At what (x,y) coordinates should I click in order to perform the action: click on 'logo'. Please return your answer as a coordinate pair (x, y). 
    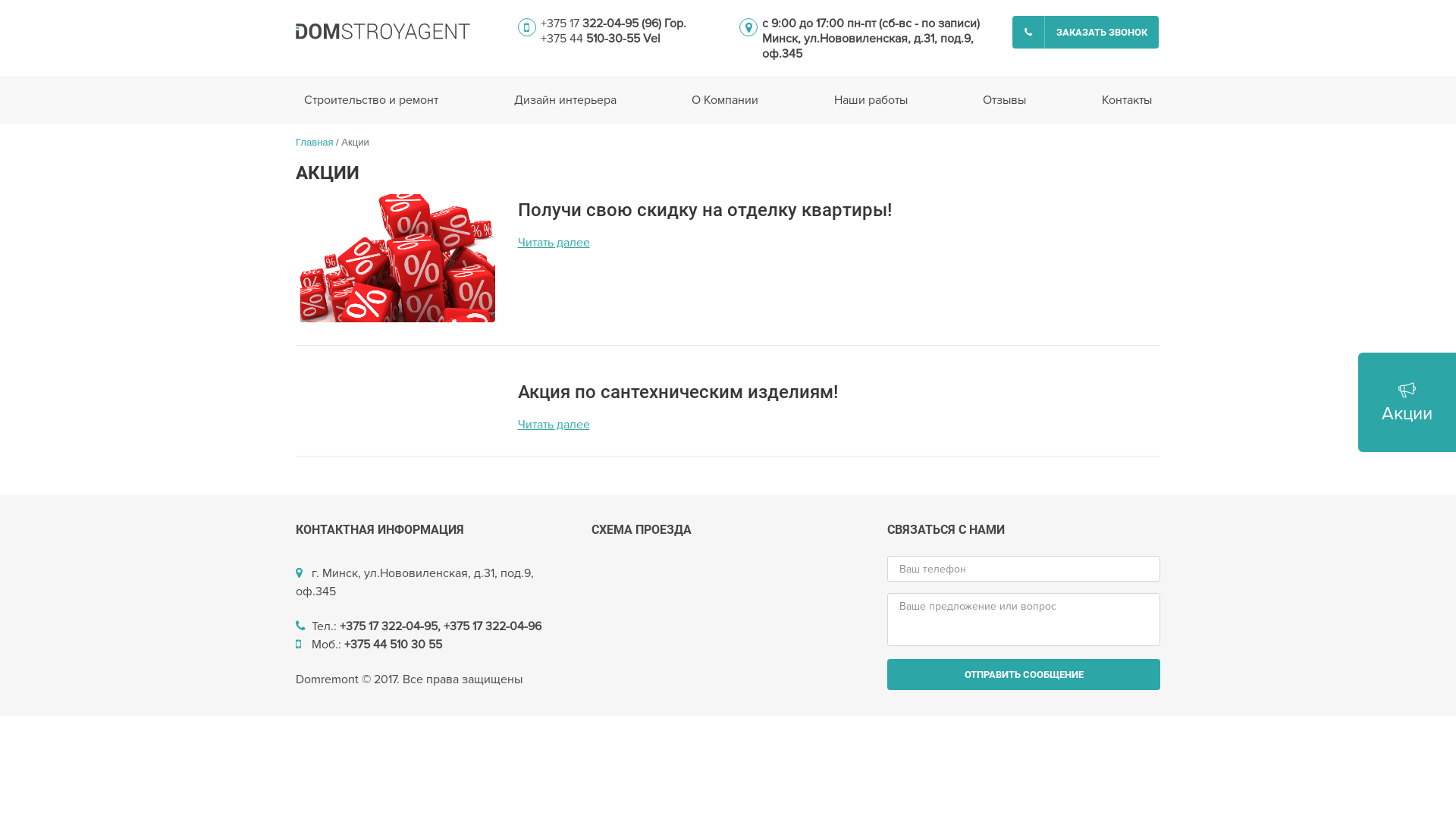
    Looking at the image, I should click on (382, 31).